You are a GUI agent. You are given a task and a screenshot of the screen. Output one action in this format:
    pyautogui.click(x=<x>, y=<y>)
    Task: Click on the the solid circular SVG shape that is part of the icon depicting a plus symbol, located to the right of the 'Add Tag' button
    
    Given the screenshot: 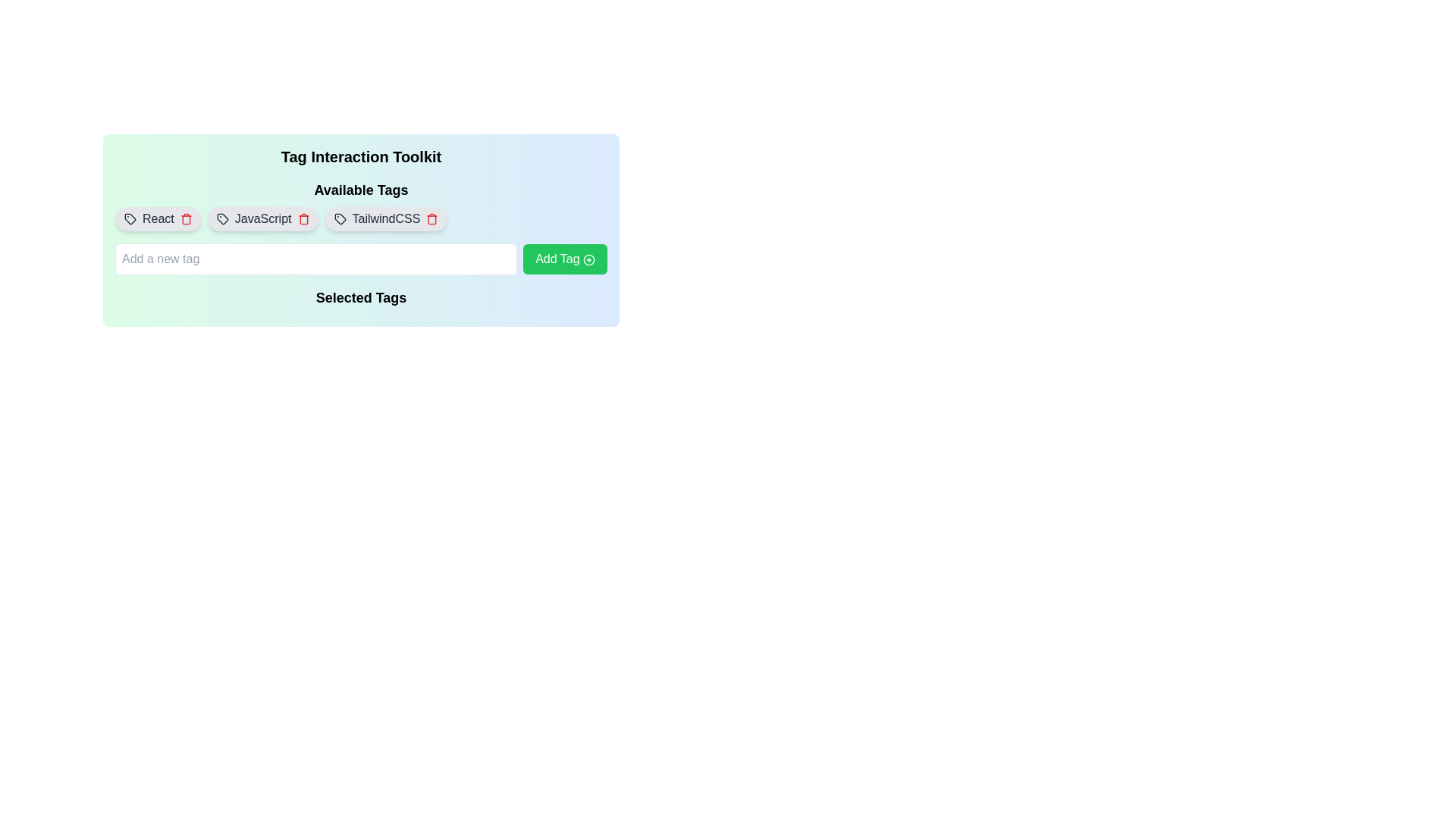 What is the action you would take?
    pyautogui.click(x=588, y=259)
    